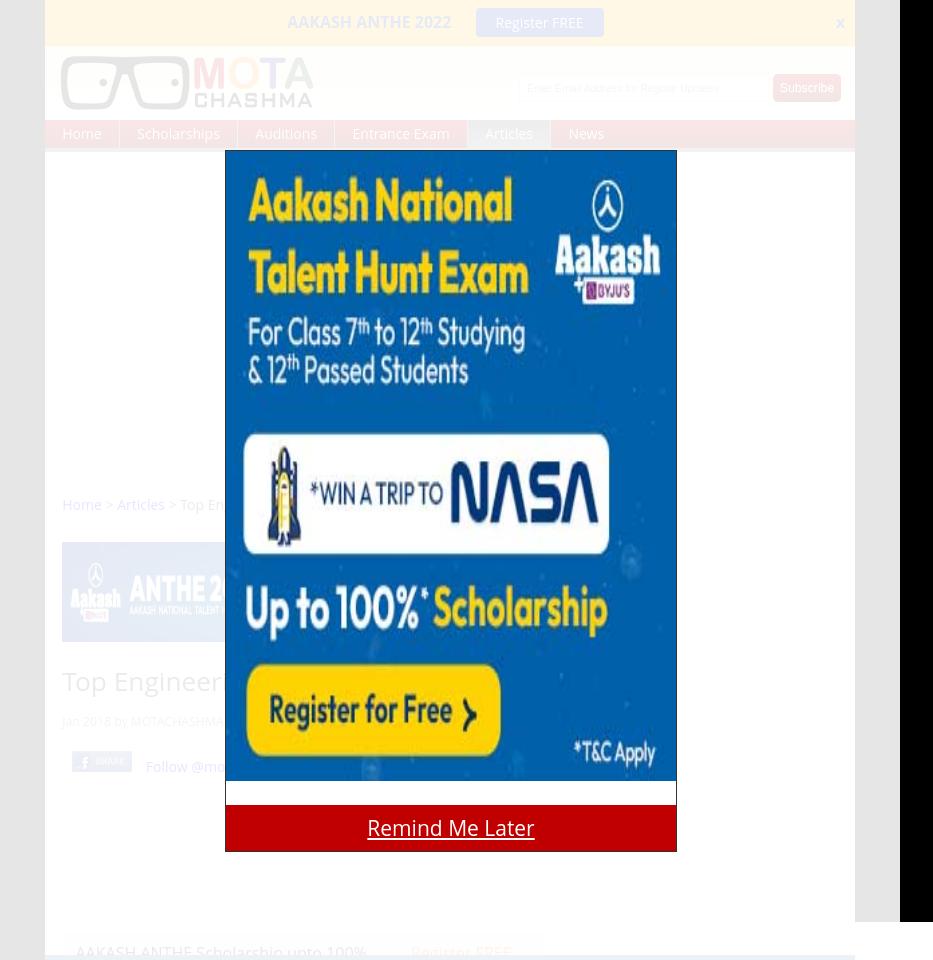 The width and height of the screenshot is (933, 960). What do you see at coordinates (400, 132) in the screenshot?
I see `'Entrance Exam'` at bounding box center [400, 132].